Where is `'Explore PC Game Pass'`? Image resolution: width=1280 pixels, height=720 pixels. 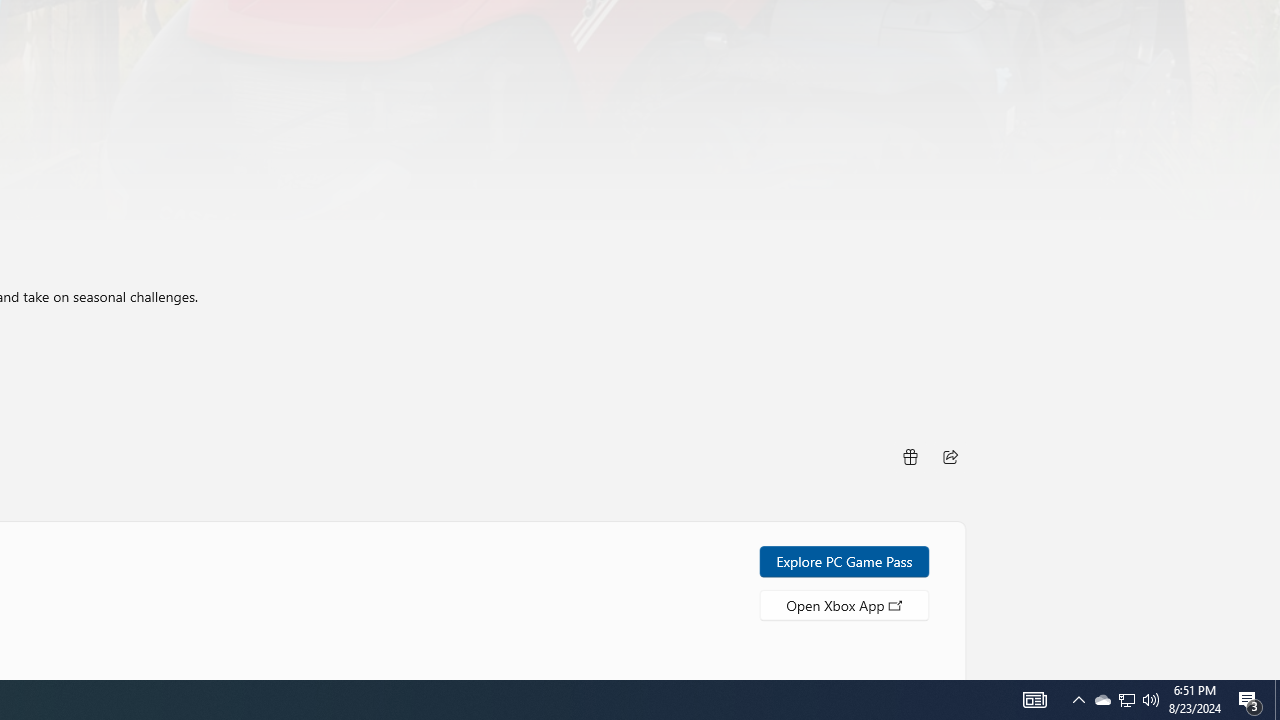
'Explore PC Game Pass' is located at coordinates (844, 561).